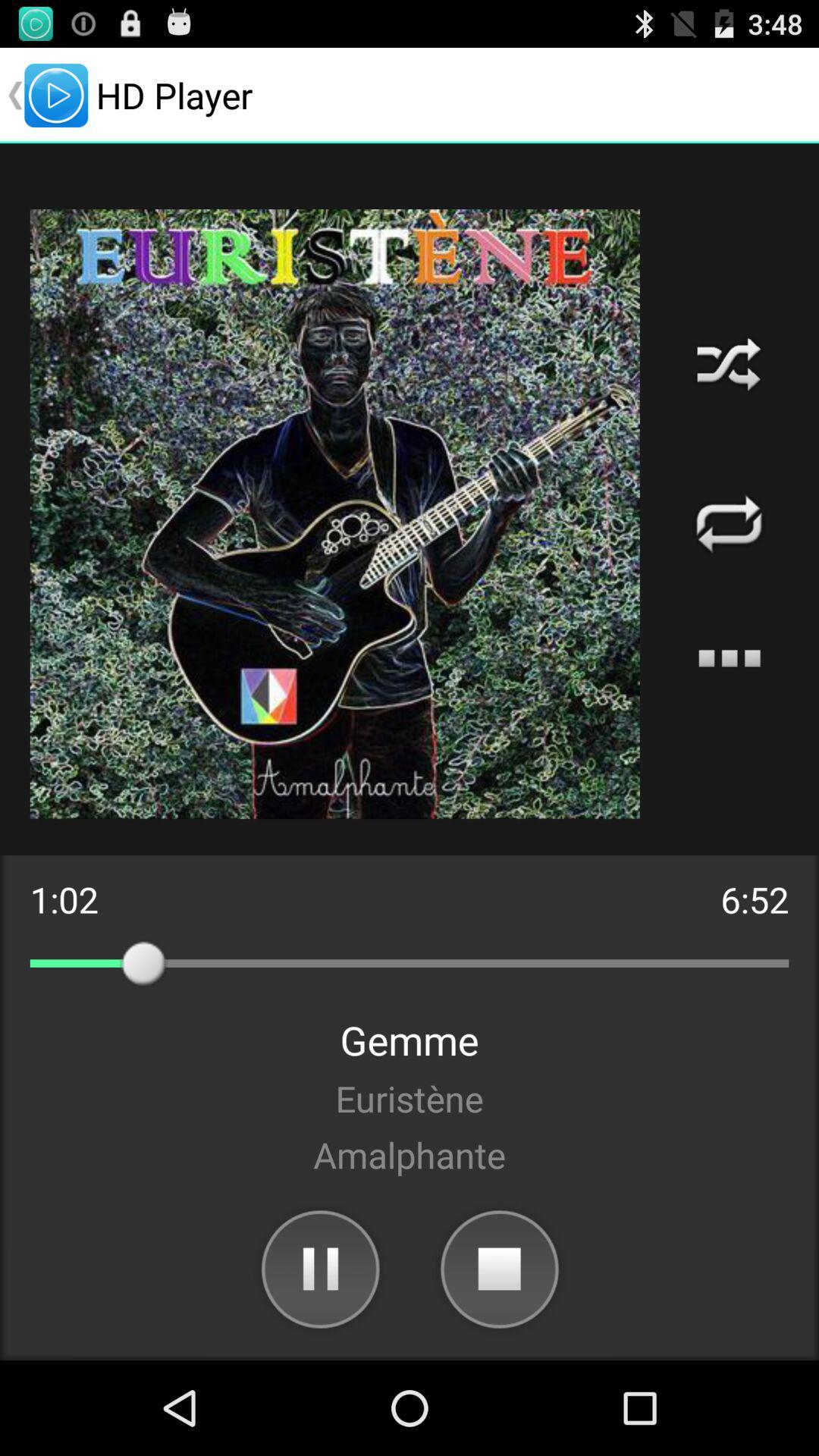  Describe the element at coordinates (728, 704) in the screenshot. I see `the more icon` at that location.